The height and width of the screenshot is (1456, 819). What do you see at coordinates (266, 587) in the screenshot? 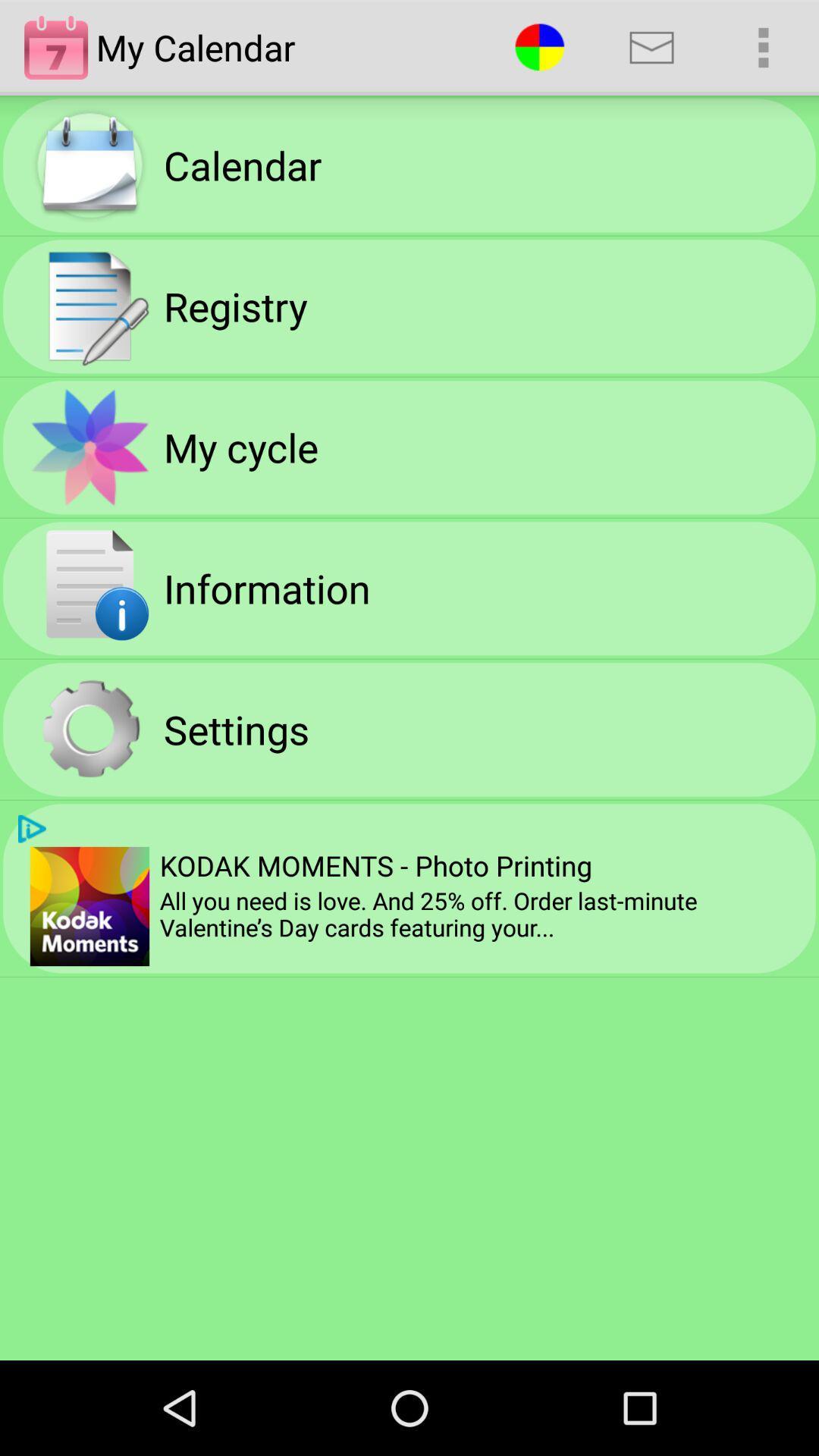
I see `the information app` at bounding box center [266, 587].